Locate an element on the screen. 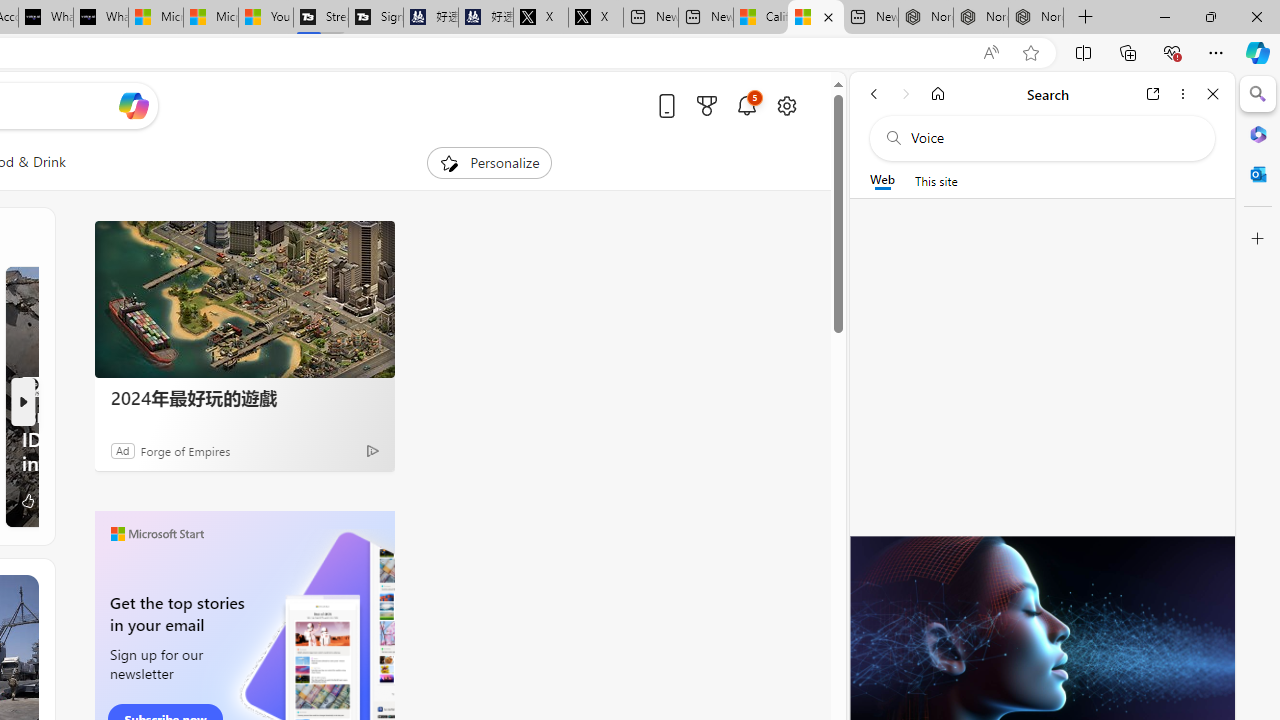  'Open settings' is located at coordinates (785, 105).